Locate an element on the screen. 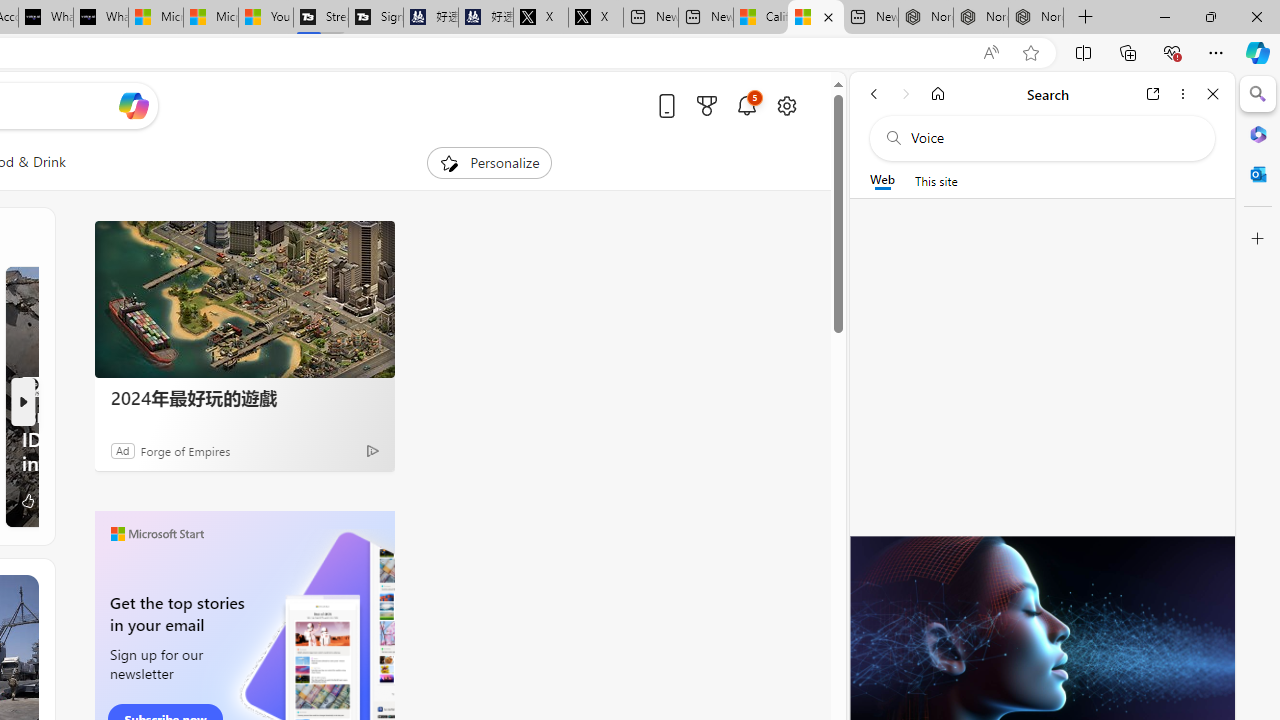  'Open settings' is located at coordinates (785, 105).